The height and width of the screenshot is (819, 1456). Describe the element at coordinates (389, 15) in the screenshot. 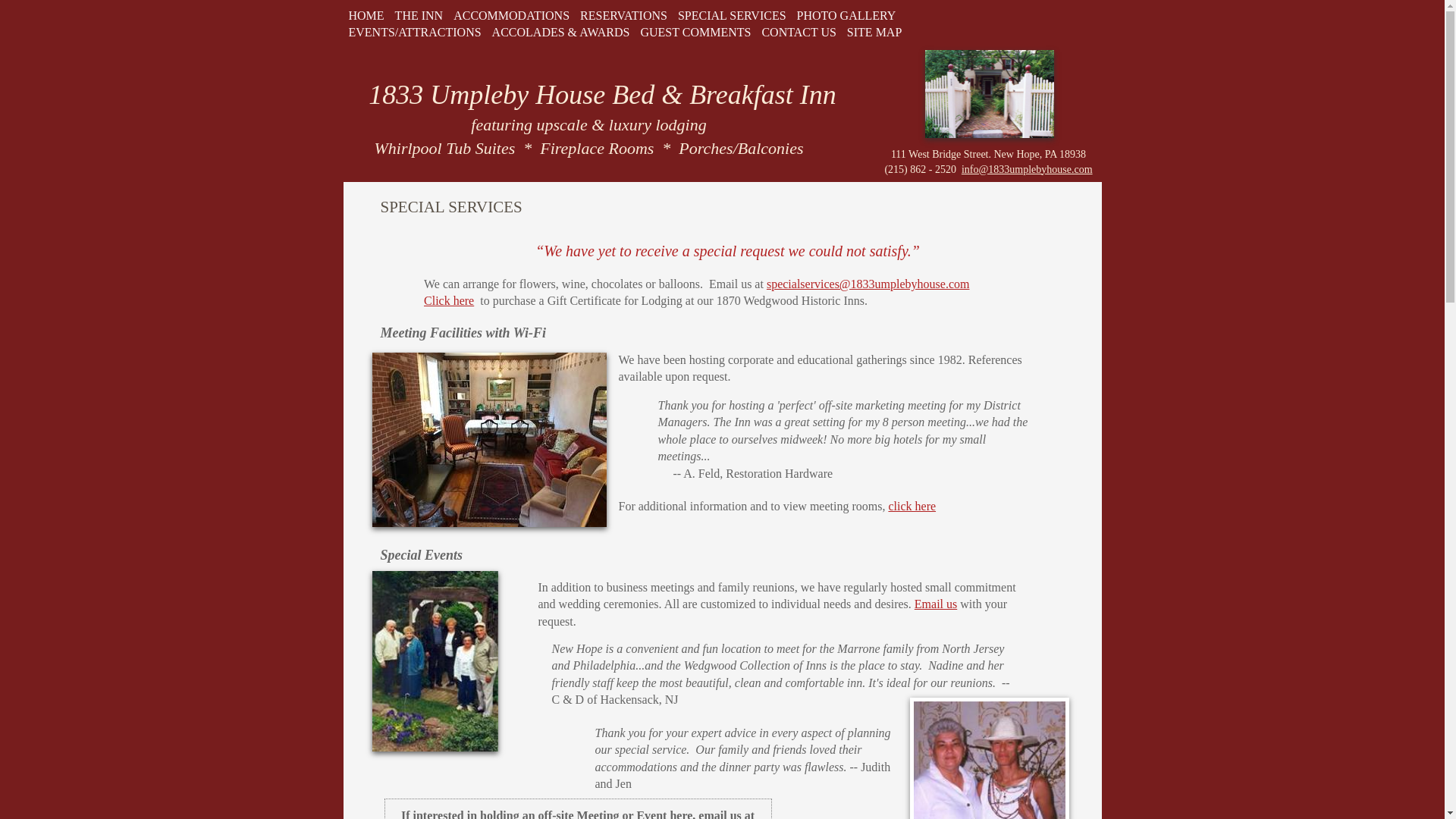

I see `'THE INN'` at that location.